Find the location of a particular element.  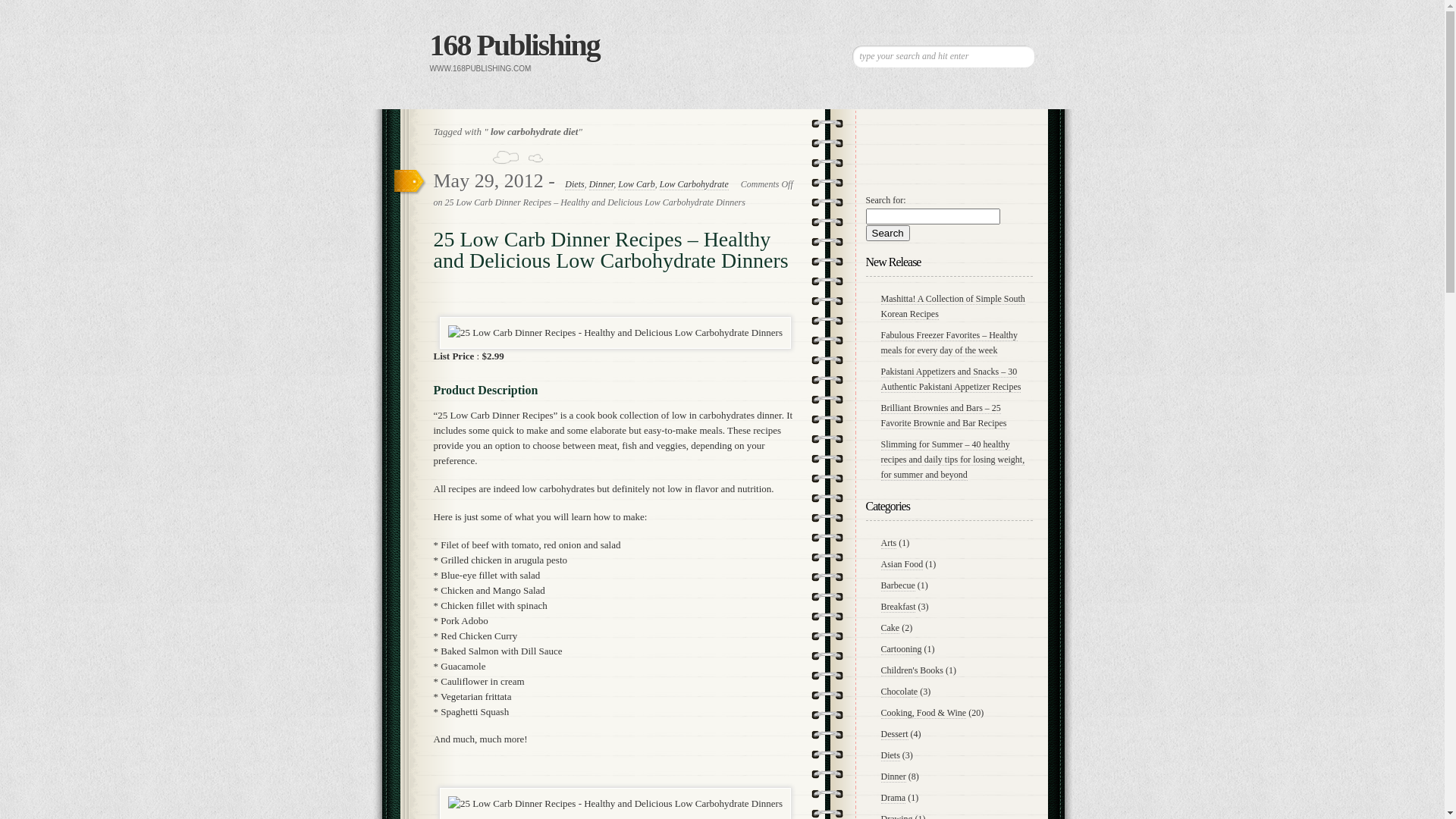

'Diets' is located at coordinates (573, 184).